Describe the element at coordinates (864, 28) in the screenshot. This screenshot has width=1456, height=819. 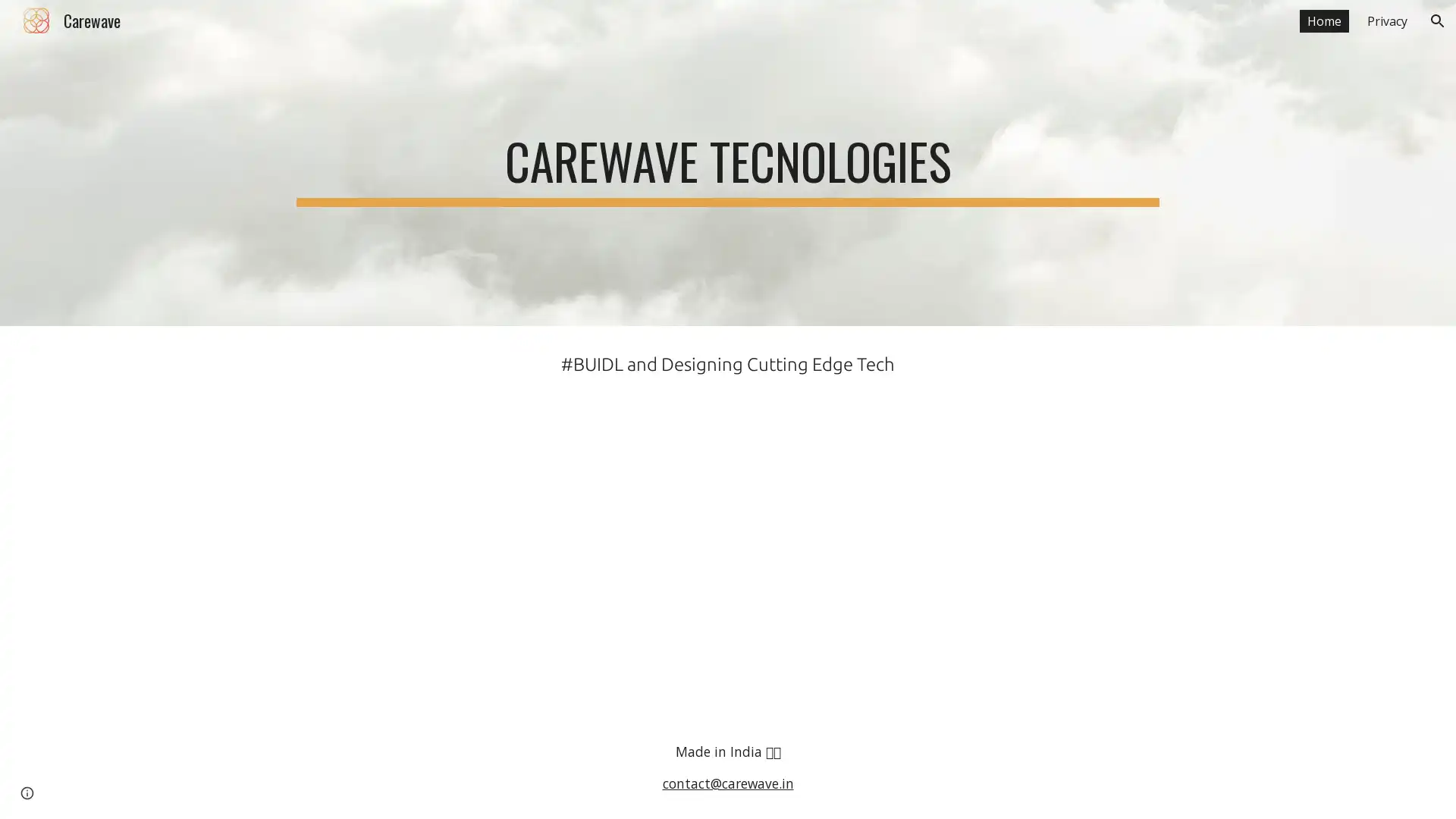
I see `Skip to navigation` at that location.